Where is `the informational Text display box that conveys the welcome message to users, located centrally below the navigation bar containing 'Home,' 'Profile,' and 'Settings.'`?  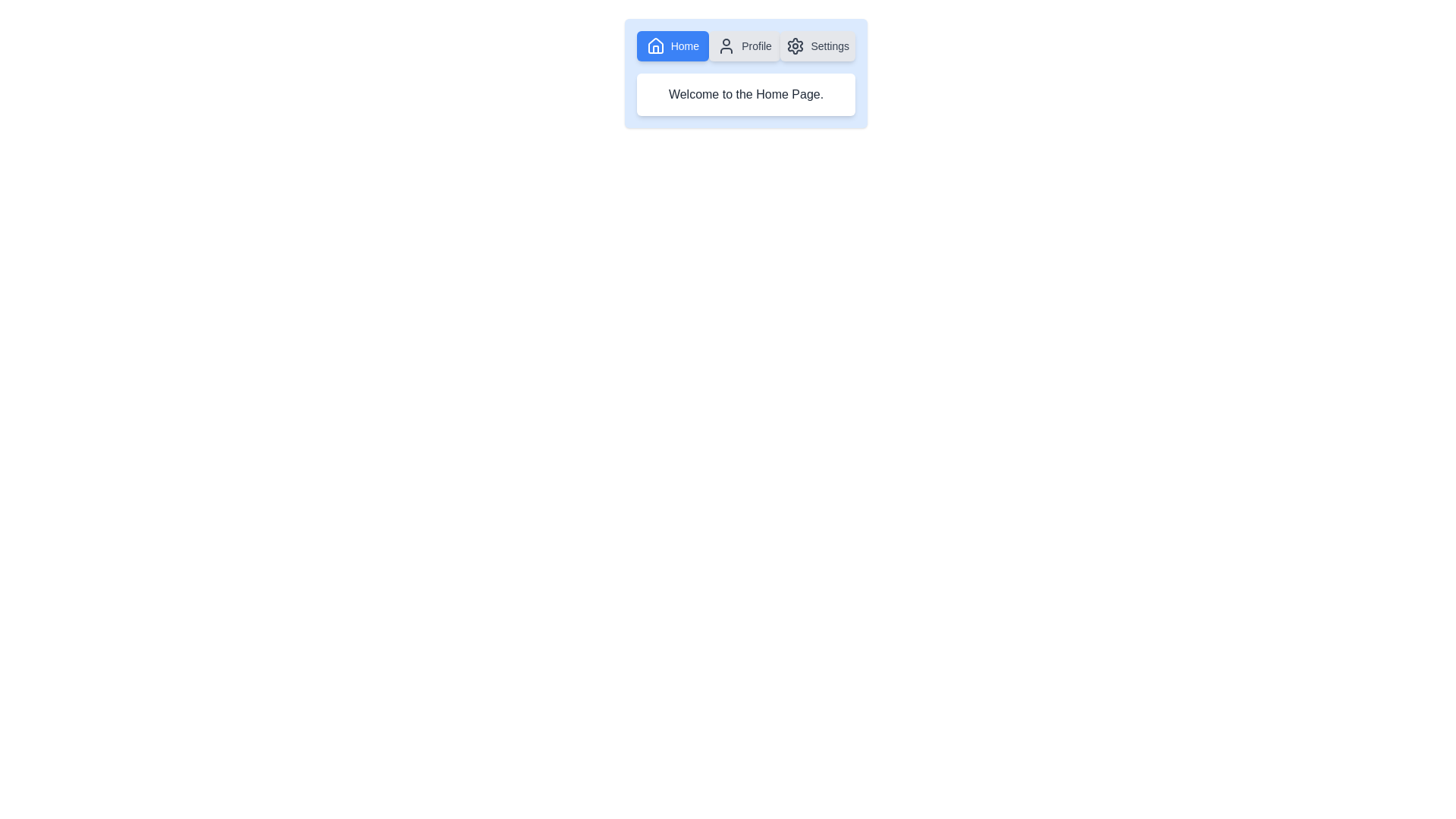
the informational Text display box that conveys the welcome message to users, located centrally below the navigation bar containing 'Home,' 'Profile,' and 'Settings.' is located at coordinates (745, 94).